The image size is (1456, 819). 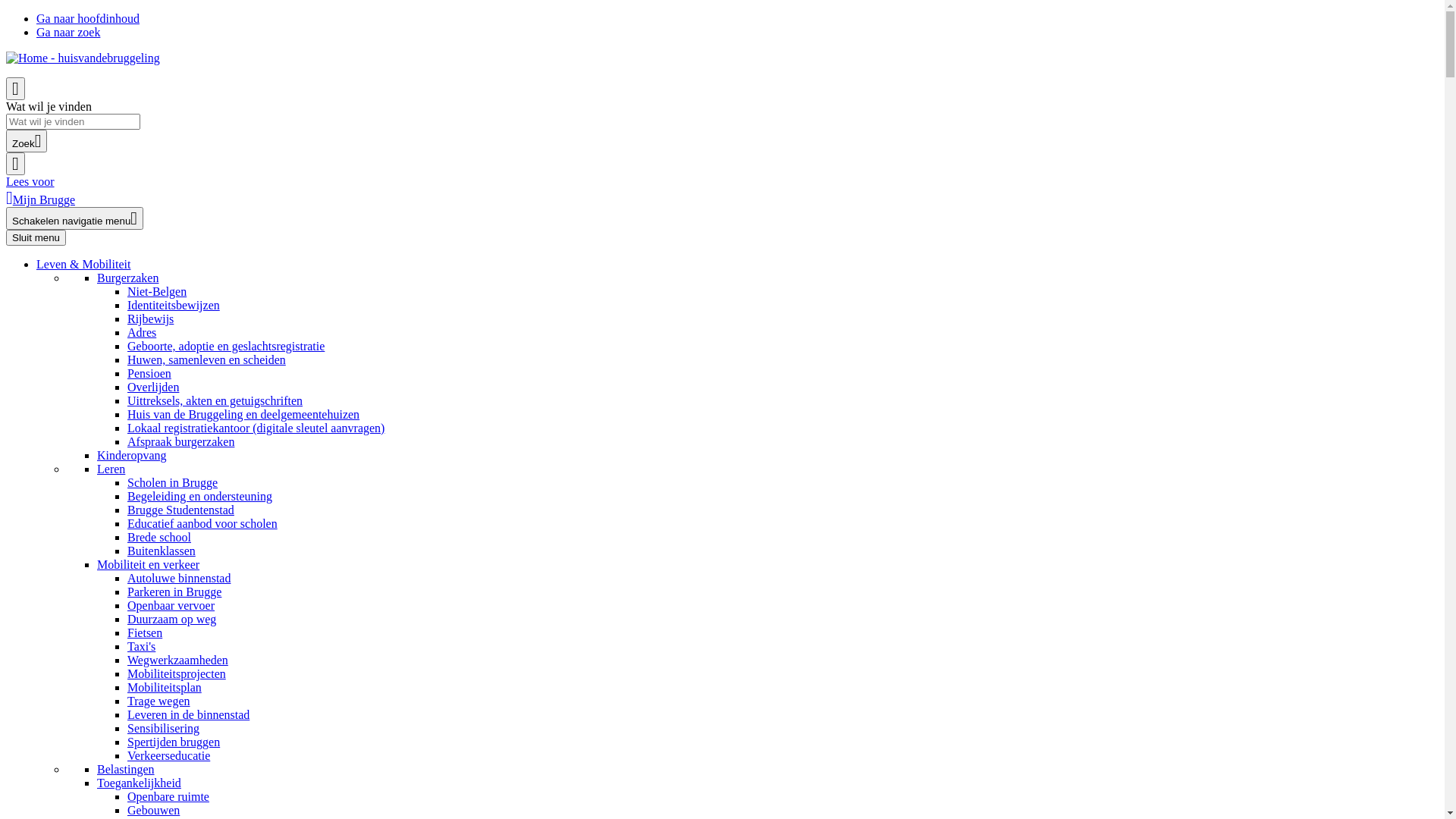 I want to click on 'Brede school', so click(x=159, y=536).